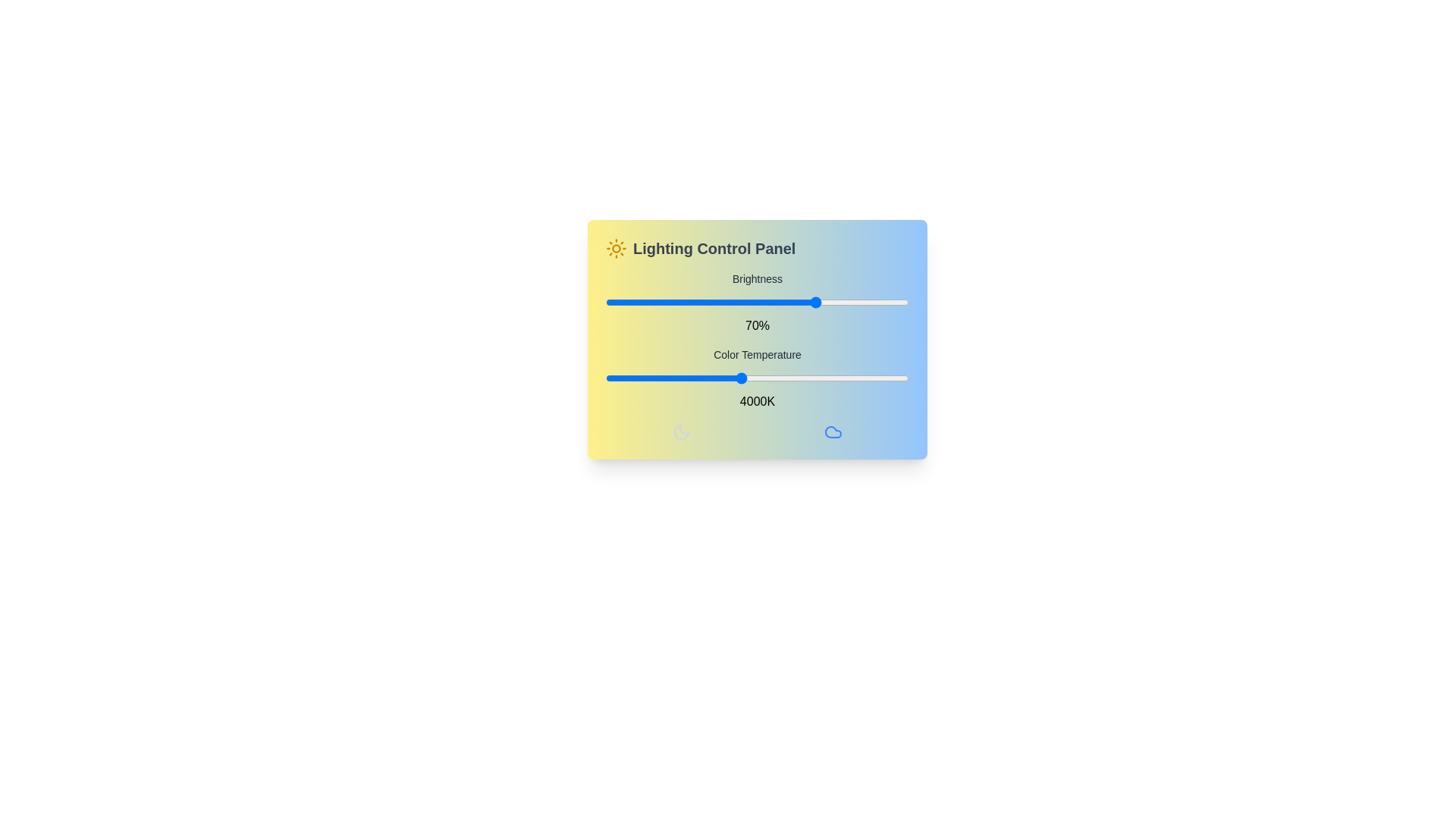  What do you see at coordinates (641, 377) in the screenshot?
I see `the color temperature slider to 2525 K` at bounding box center [641, 377].